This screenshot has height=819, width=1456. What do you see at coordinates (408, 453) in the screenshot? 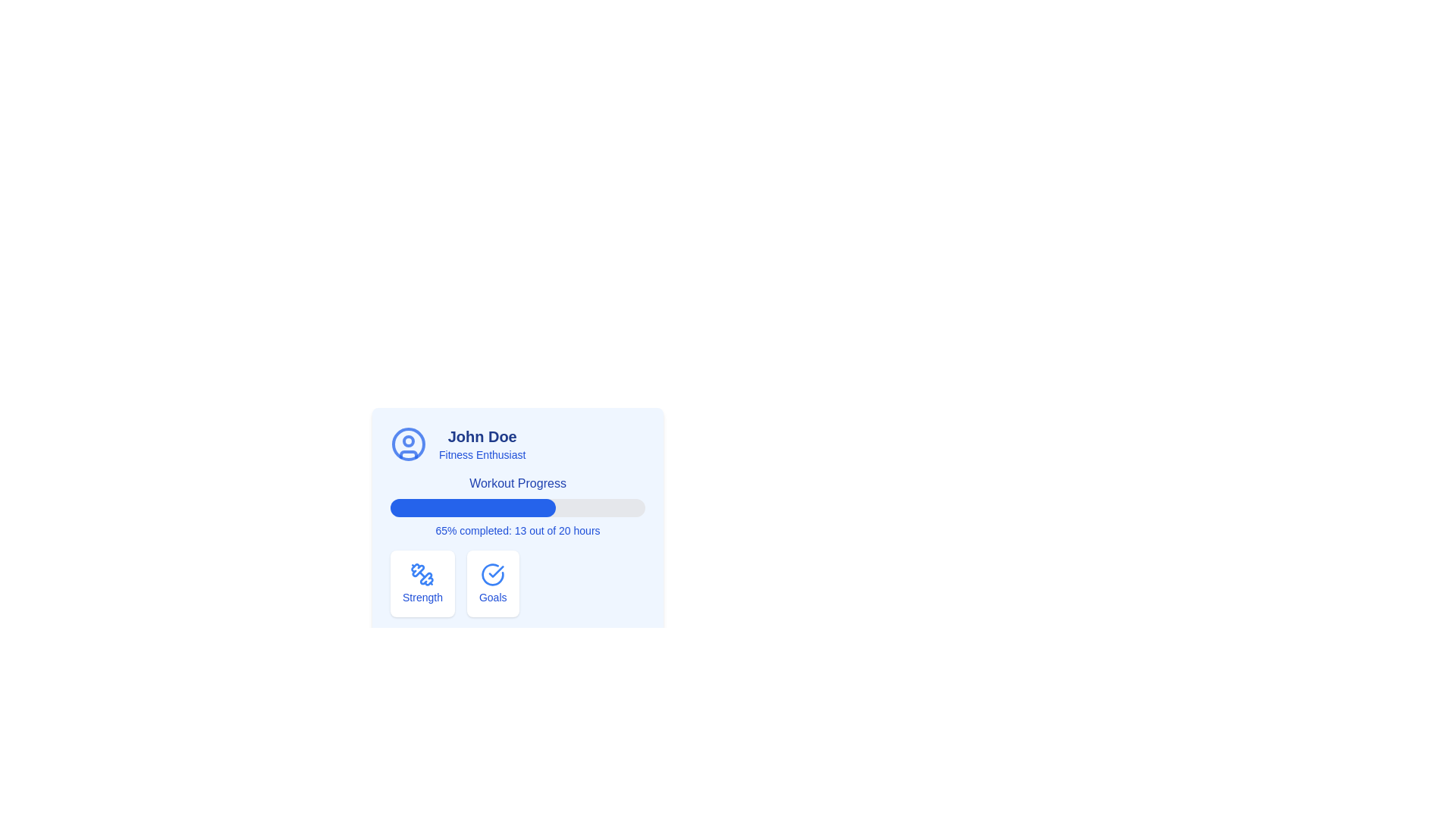
I see `the Icon graphic component representing the base or shoulders of a user or avatar icon, which is centrally aligned below two circles` at bounding box center [408, 453].